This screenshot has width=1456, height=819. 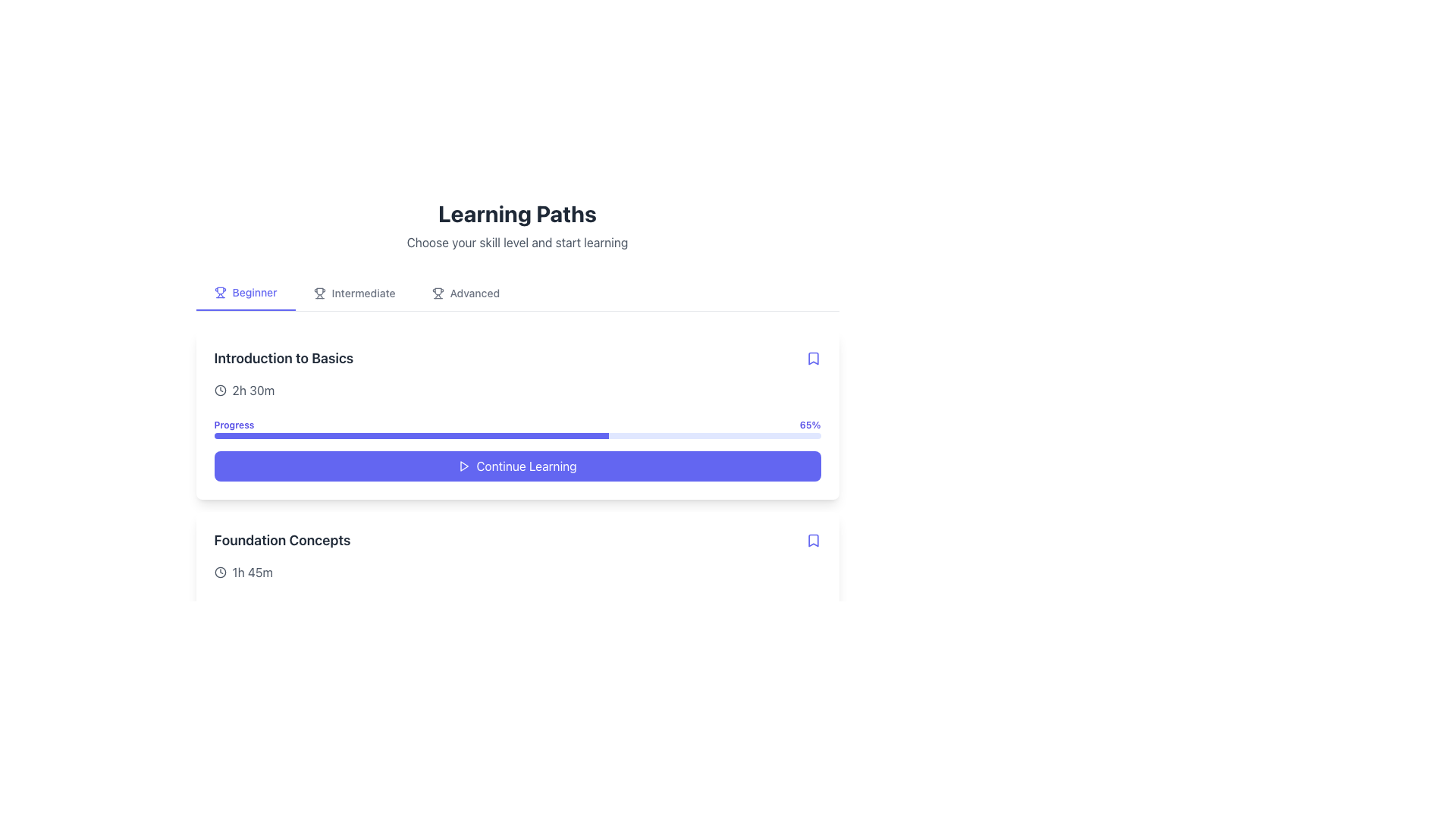 I want to click on progress bar, so click(x=334, y=435).